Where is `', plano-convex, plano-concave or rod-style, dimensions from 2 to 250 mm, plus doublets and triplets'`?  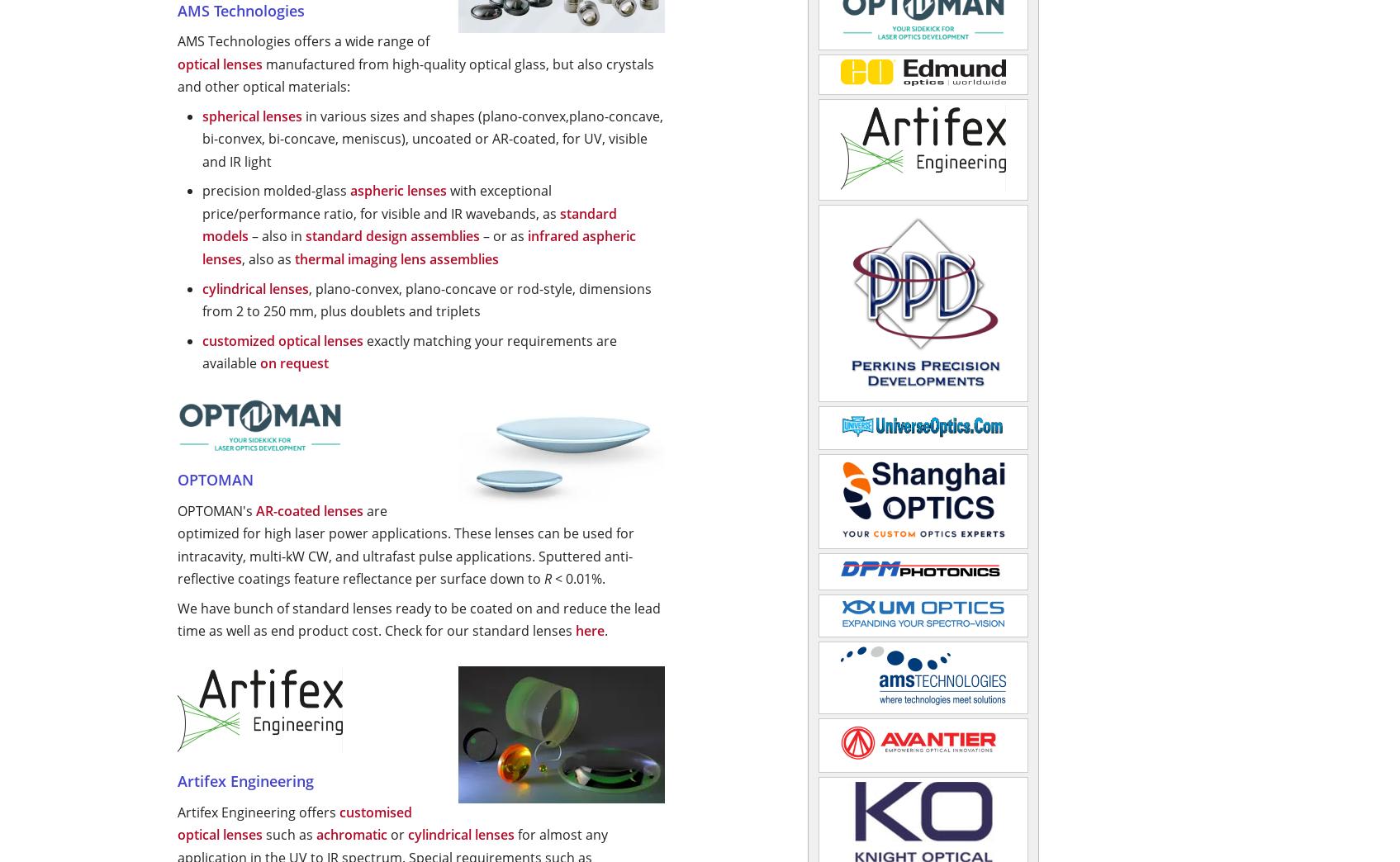
', plano-convex, plano-concave or rod-style, dimensions from 2 to 250 mm, plus doublets and triplets' is located at coordinates (425, 299).